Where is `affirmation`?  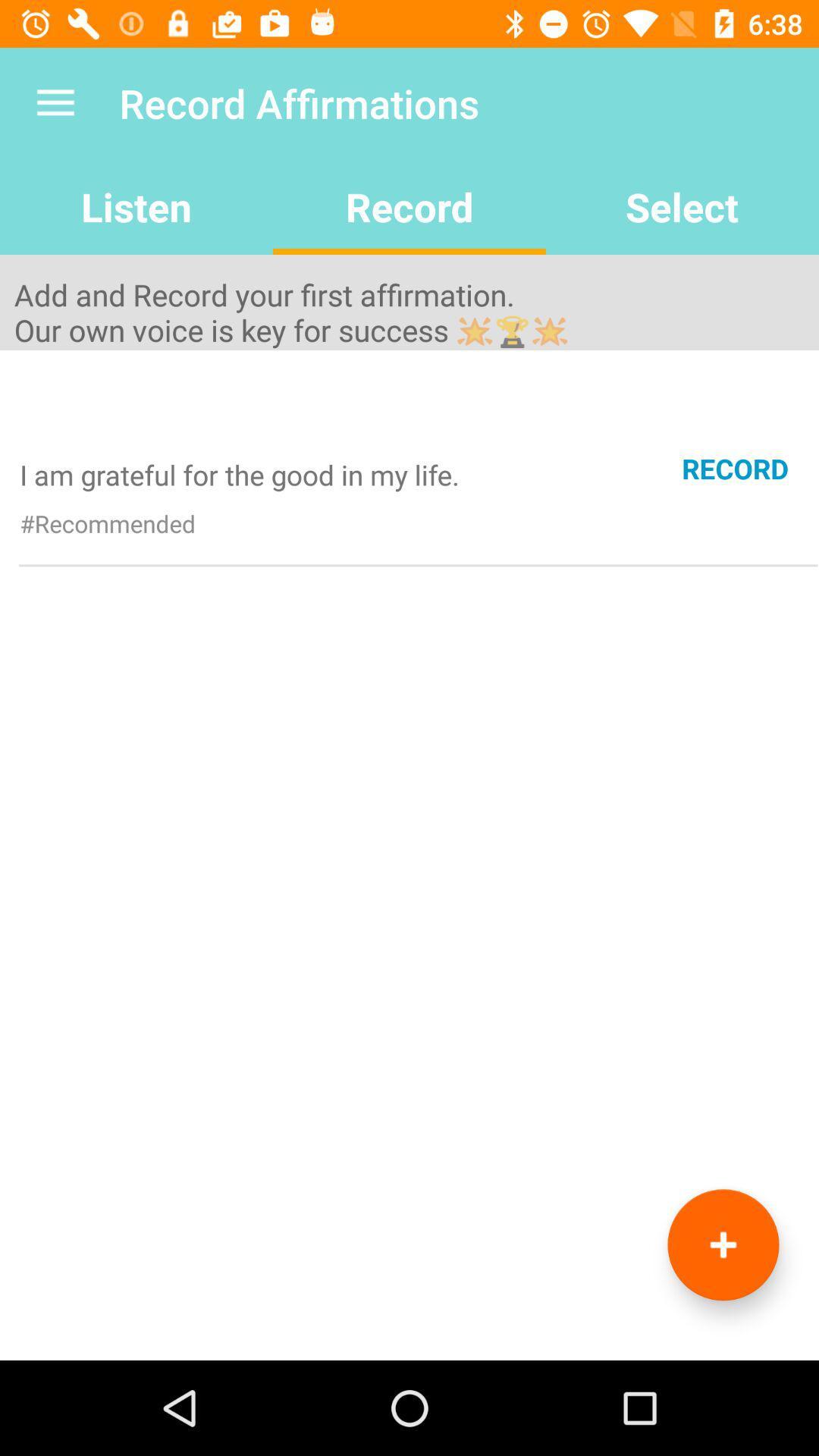
affirmation is located at coordinates (722, 1244).